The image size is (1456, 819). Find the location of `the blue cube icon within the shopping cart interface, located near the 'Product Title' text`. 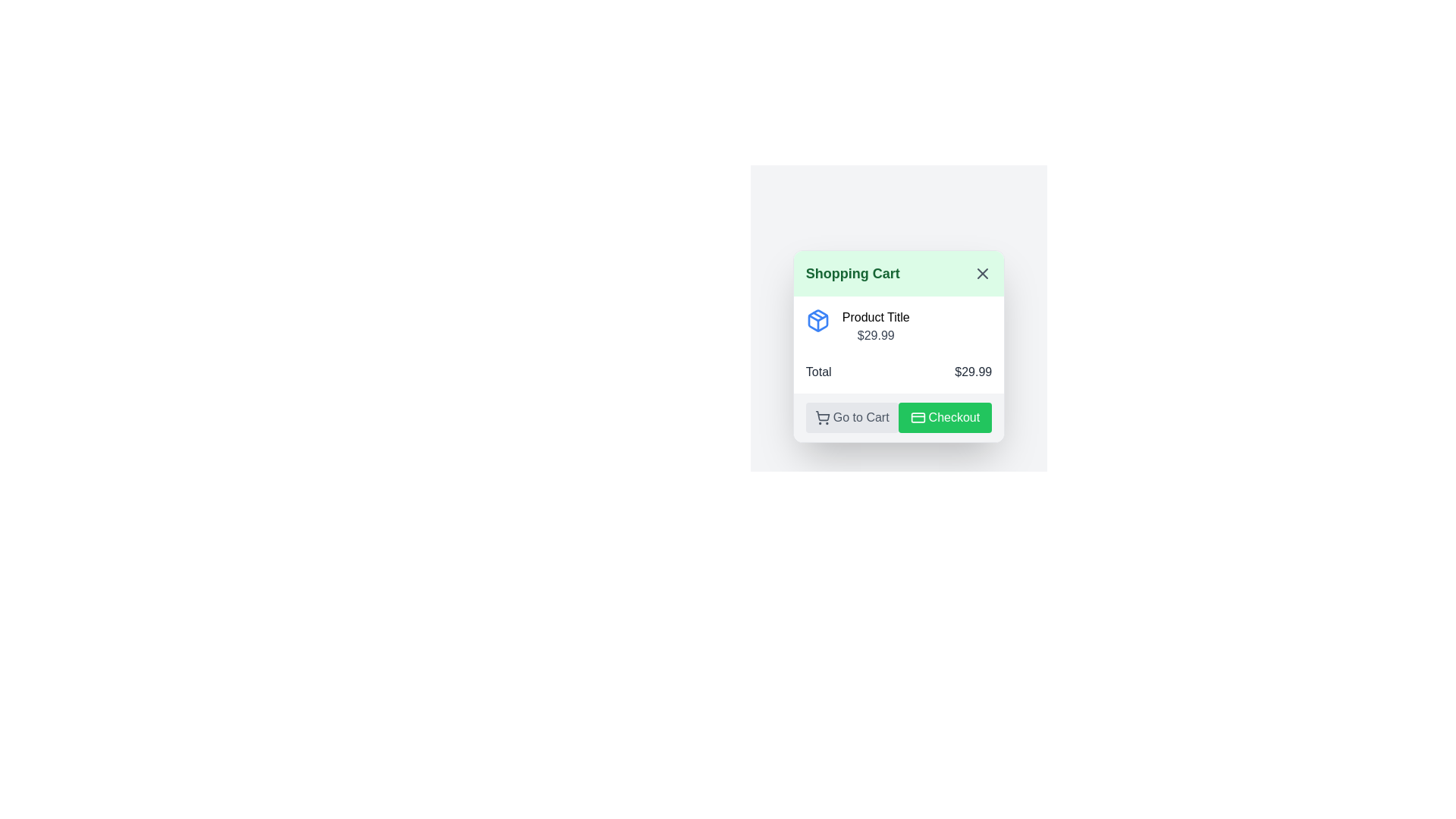

the blue cube icon within the shopping cart interface, located near the 'Product Title' text is located at coordinates (817, 320).